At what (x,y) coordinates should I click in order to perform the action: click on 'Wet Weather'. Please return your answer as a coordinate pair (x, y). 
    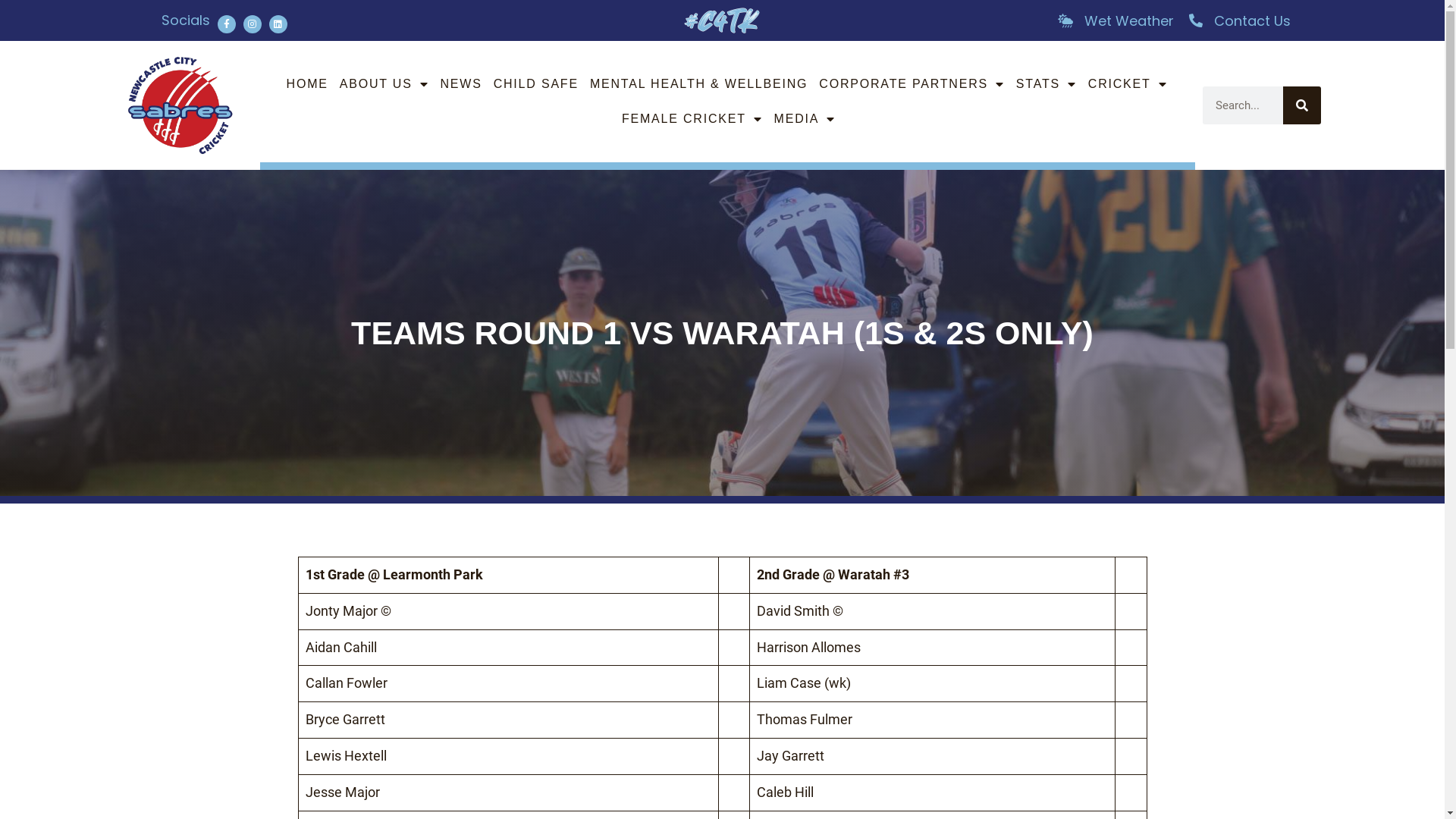
    Looking at the image, I should click on (1114, 20).